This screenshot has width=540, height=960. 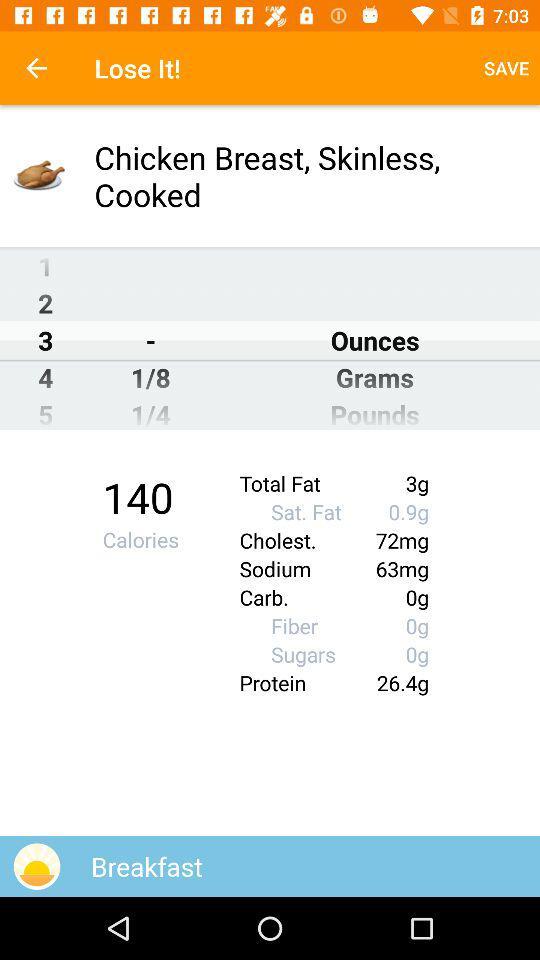 I want to click on item to the right of lose it! icon, so click(x=505, y=68).